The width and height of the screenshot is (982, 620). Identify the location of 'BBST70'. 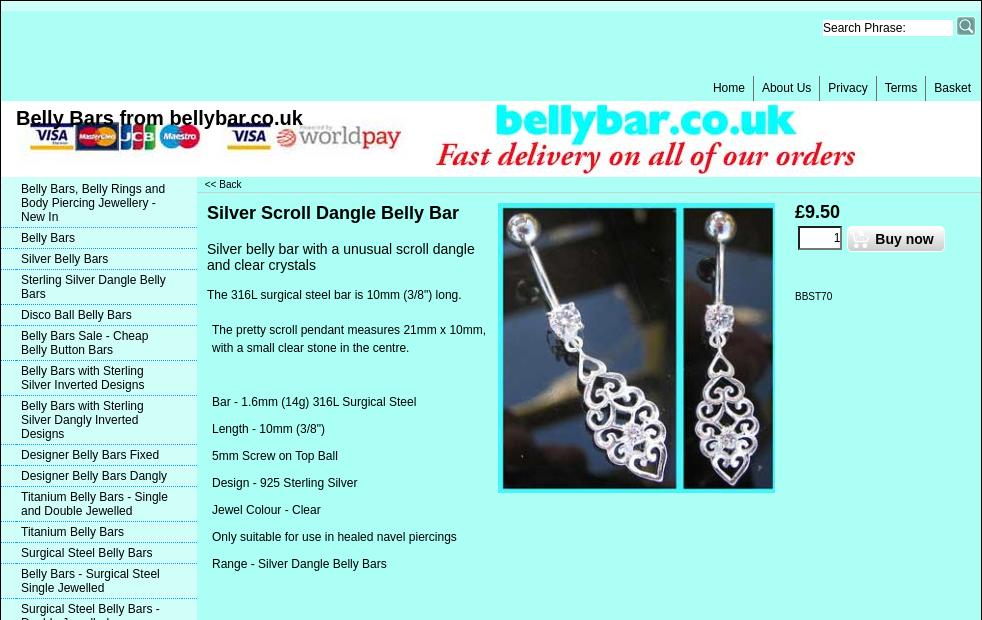
(813, 295).